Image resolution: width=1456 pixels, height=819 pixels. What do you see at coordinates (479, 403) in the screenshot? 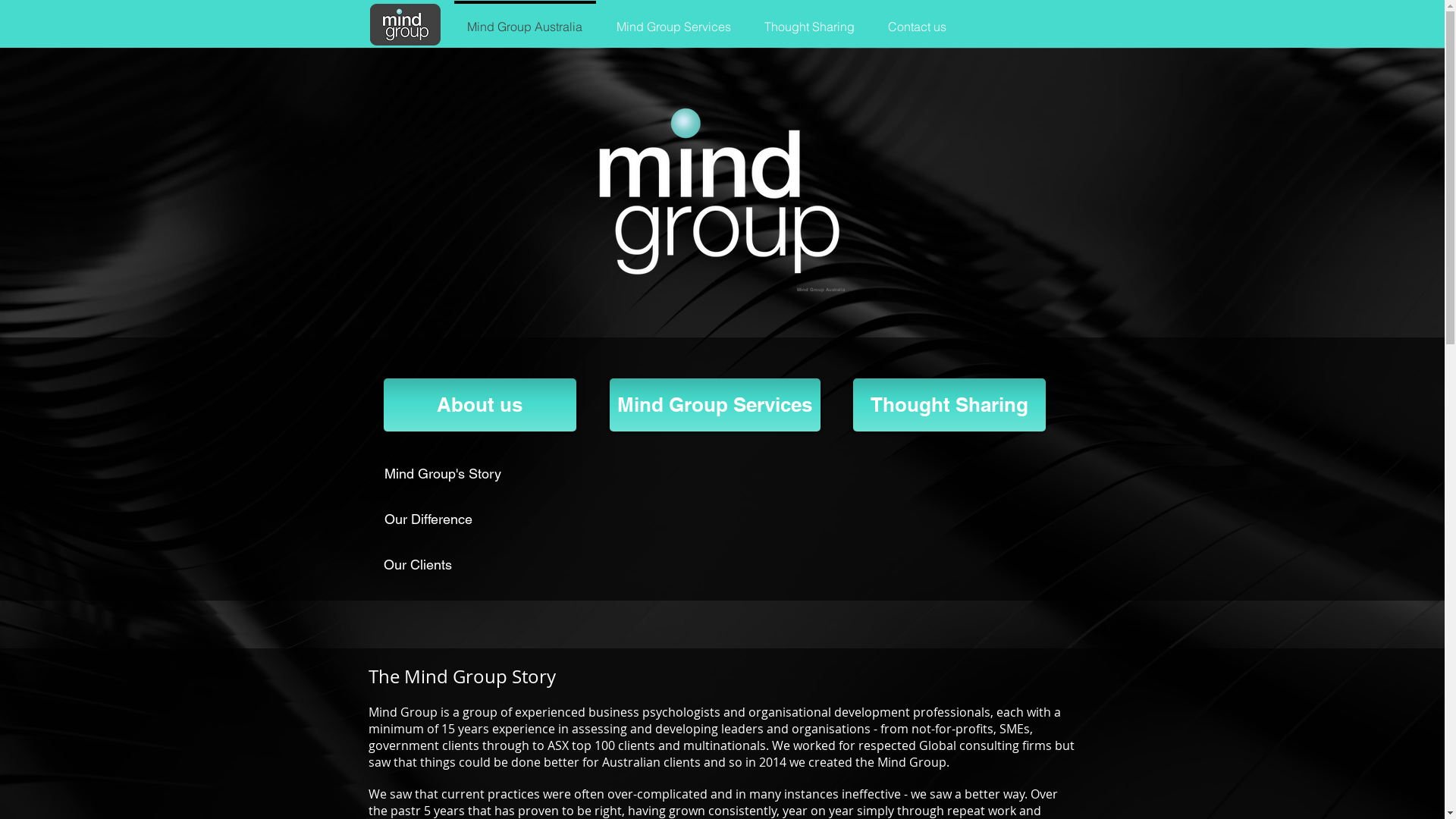
I see `'About us'` at bounding box center [479, 403].